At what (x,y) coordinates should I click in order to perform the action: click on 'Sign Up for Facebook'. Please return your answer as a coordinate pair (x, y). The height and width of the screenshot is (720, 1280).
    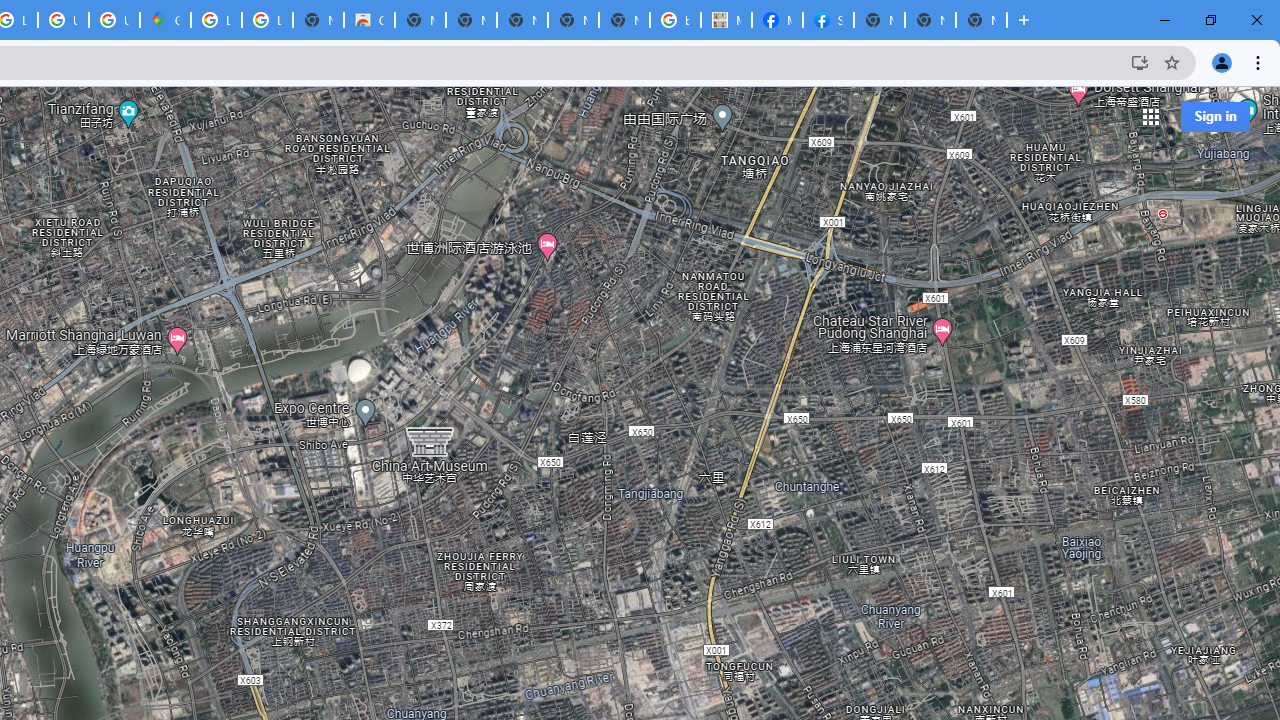
    Looking at the image, I should click on (828, 20).